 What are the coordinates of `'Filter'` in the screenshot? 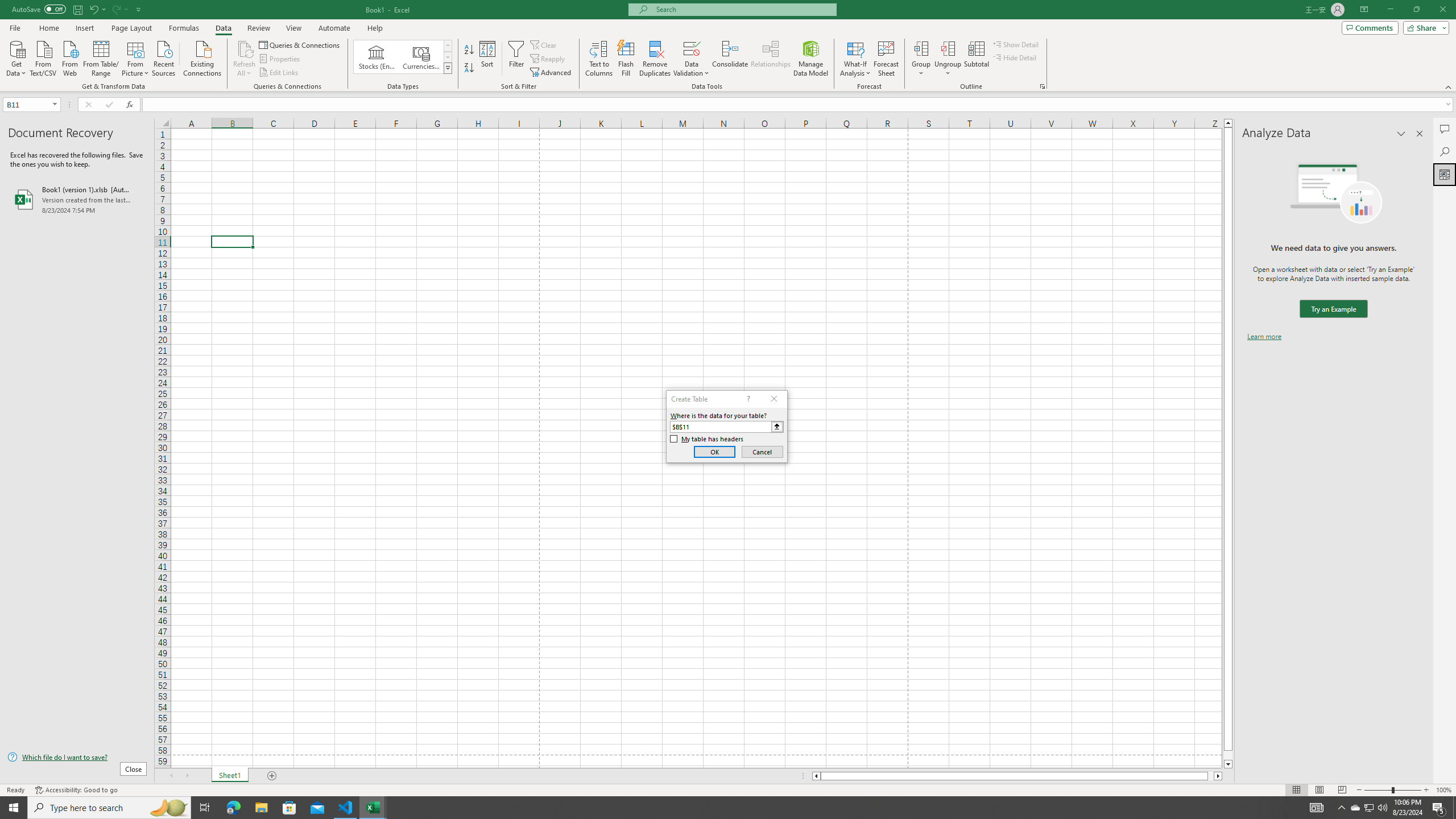 It's located at (515, 59).